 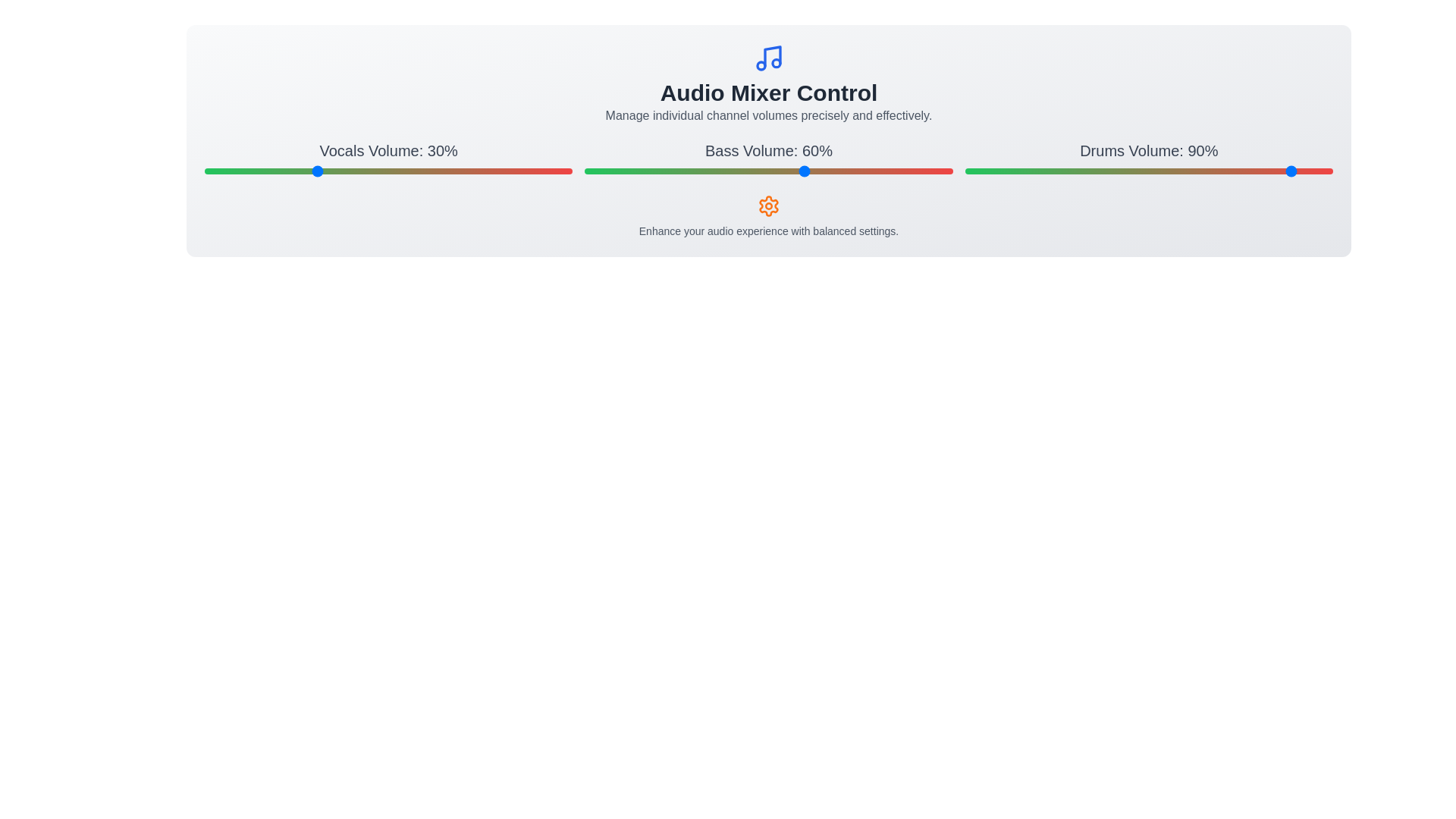 What do you see at coordinates (838, 171) in the screenshot?
I see `the 'Bass' volume slider to 69%` at bounding box center [838, 171].